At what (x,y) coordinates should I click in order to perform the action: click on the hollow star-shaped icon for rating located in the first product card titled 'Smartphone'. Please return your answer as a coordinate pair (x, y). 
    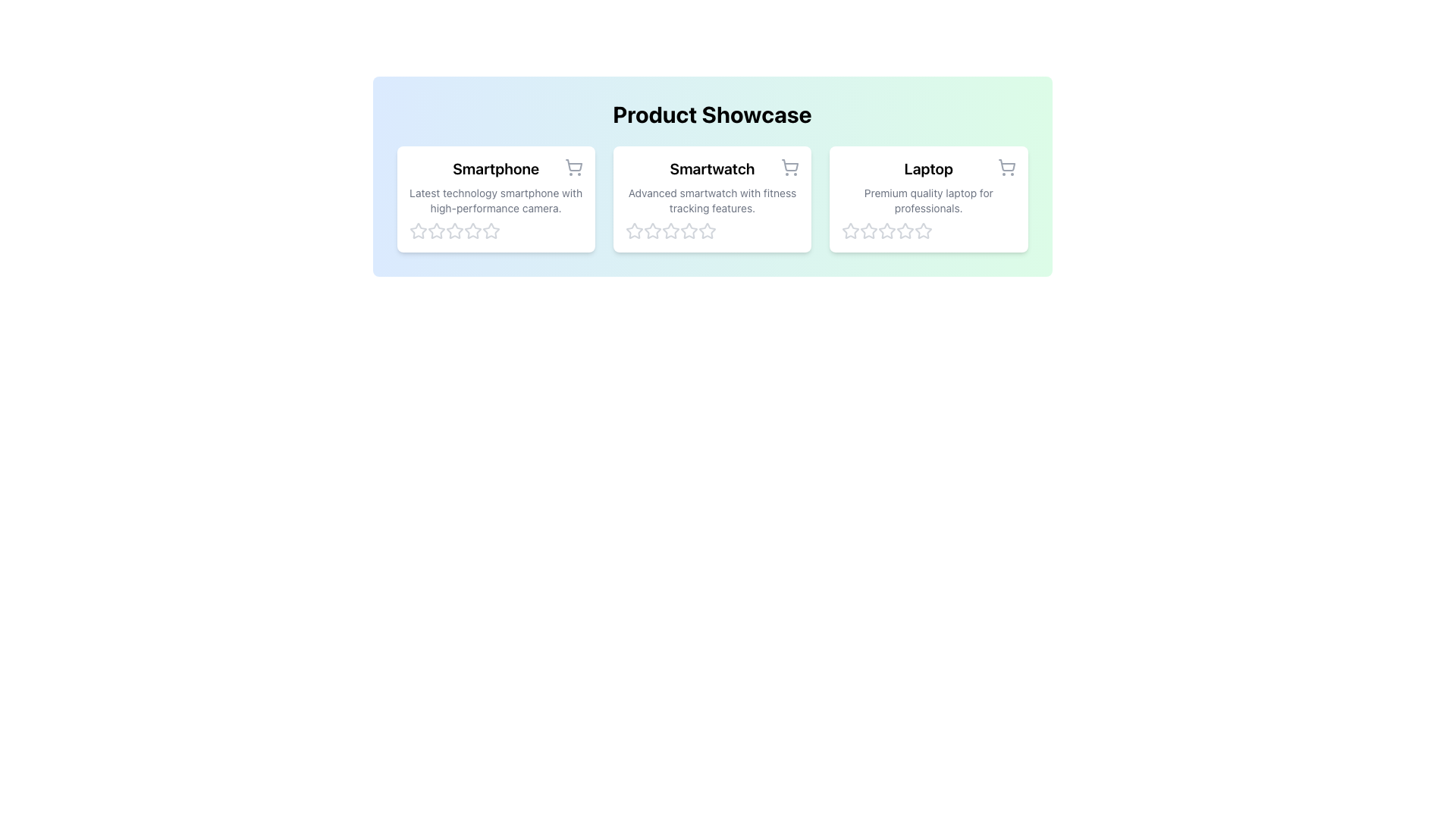
    Looking at the image, I should click on (435, 231).